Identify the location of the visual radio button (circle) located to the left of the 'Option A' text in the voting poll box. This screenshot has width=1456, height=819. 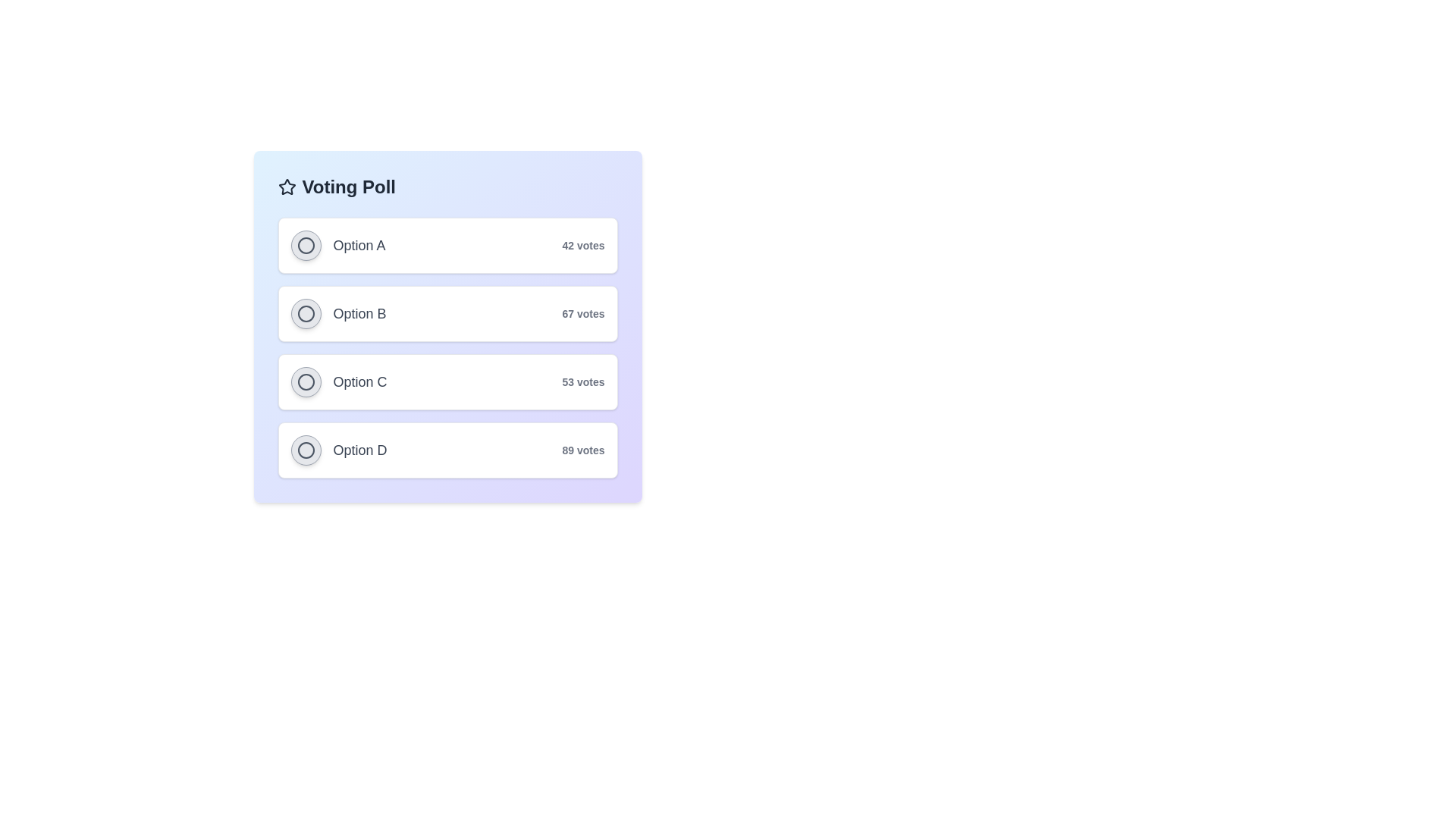
(305, 245).